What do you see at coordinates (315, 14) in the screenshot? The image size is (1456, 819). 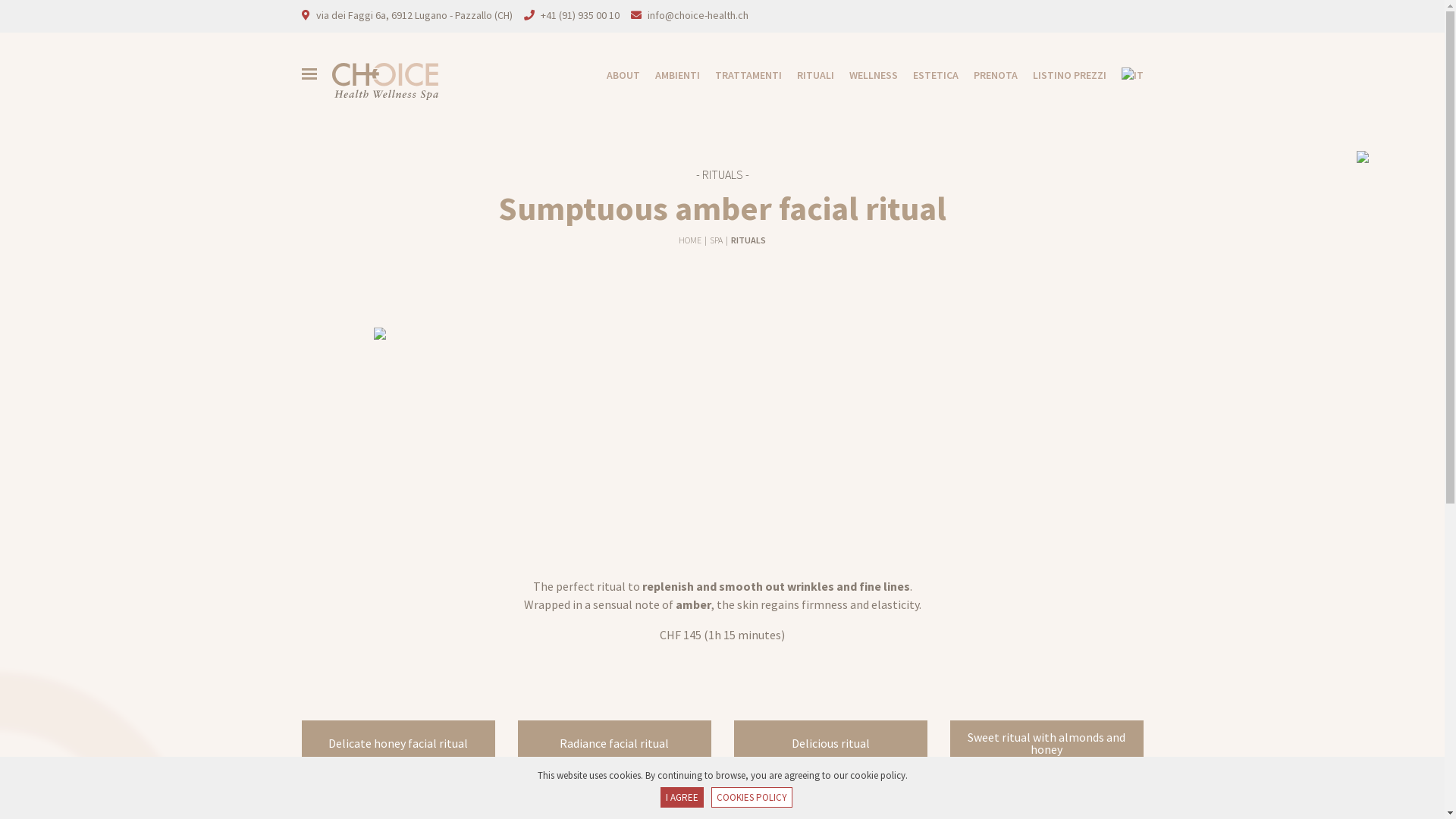 I see `'via dei Faggi 6a, 6912 Lugano - Pazzallo (CH)'` at bounding box center [315, 14].